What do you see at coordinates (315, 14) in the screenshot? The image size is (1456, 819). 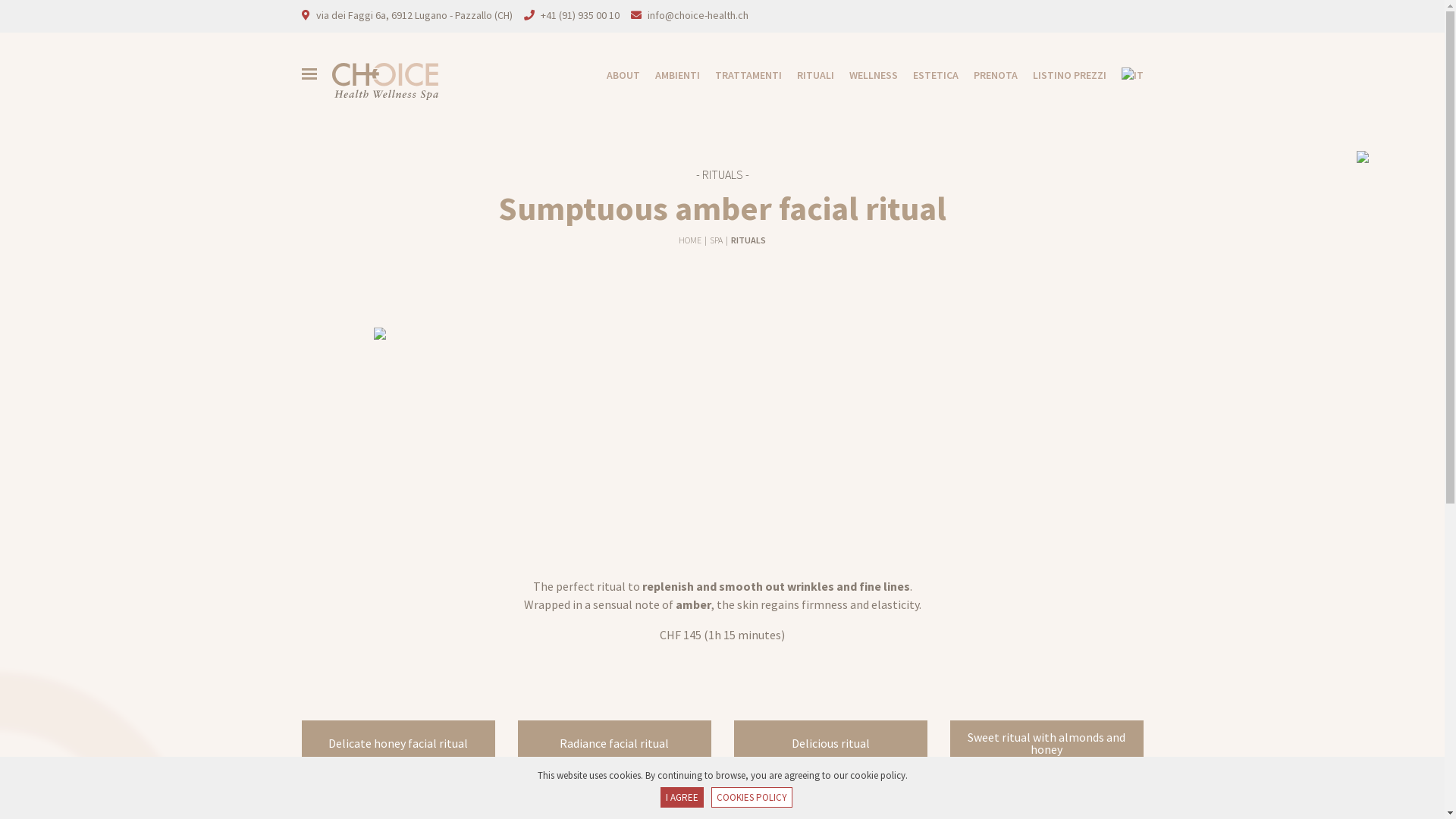 I see `'via dei Faggi 6a, 6912 Lugano - Pazzallo (CH)'` at bounding box center [315, 14].